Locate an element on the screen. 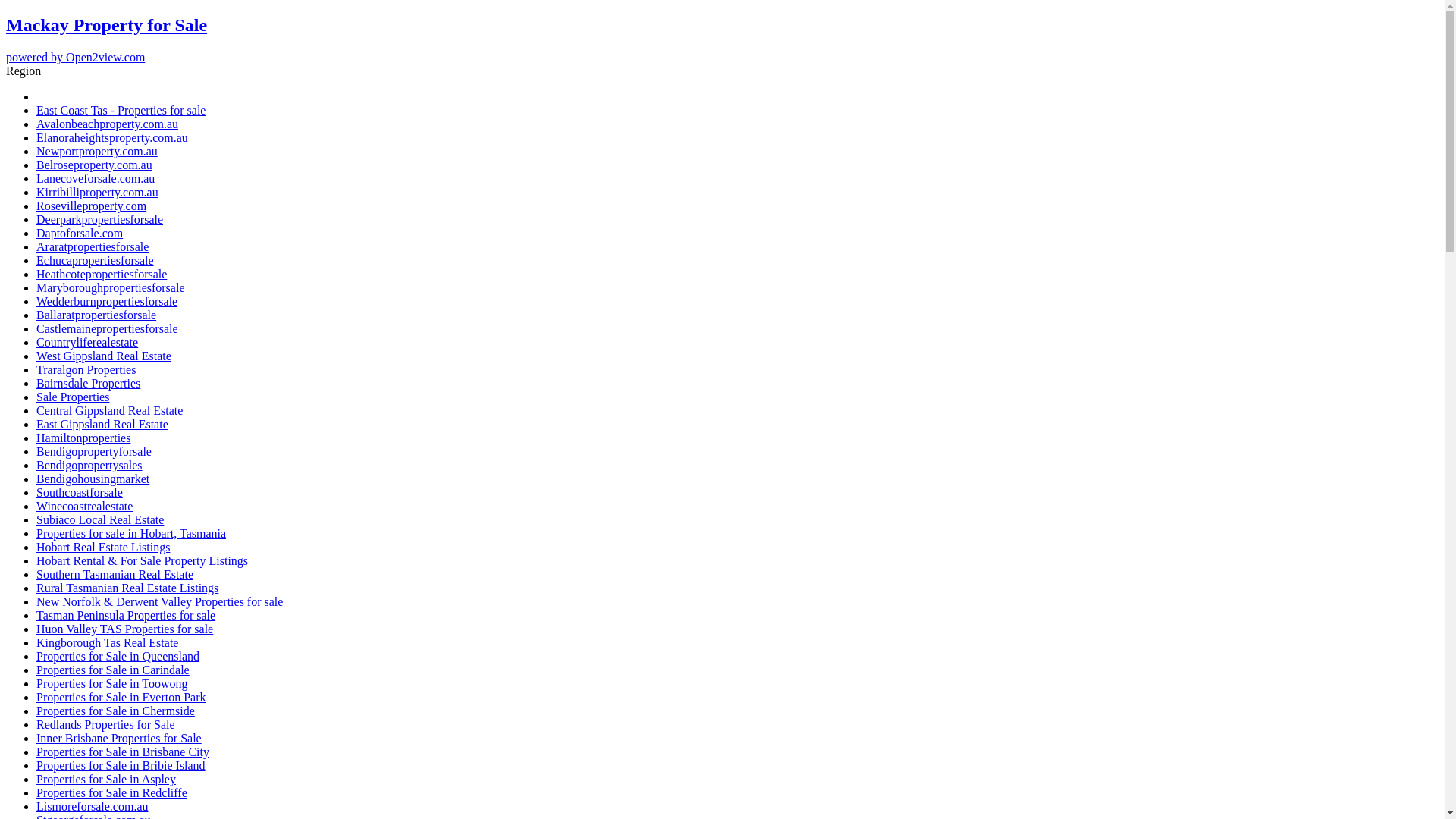 This screenshot has height=819, width=1456. 'Sale Properties' is located at coordinates (72, 396).